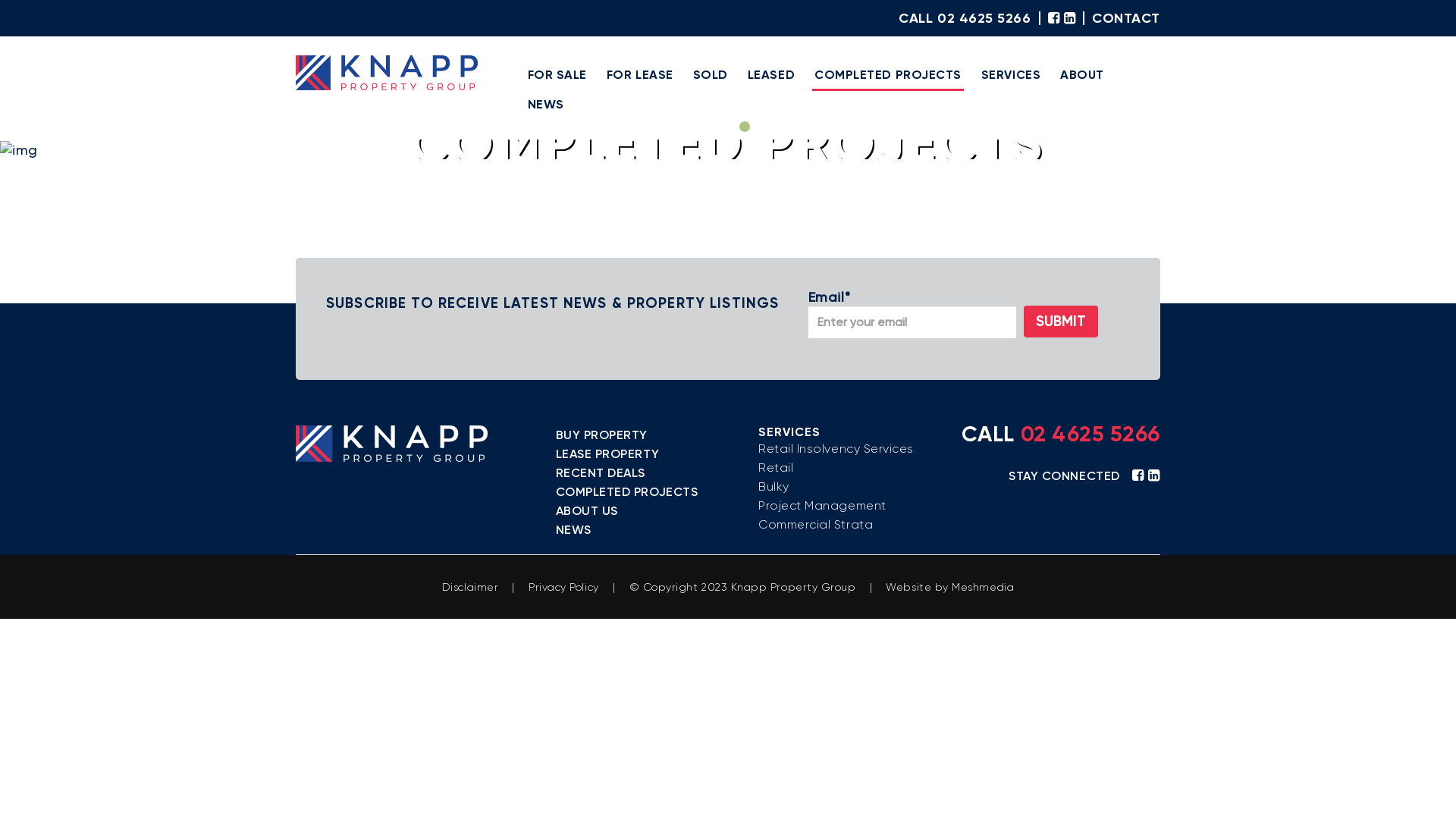 The width and height of the screenshot is (1456, 819). I want to click on 'LEASED', so click(771, 76).